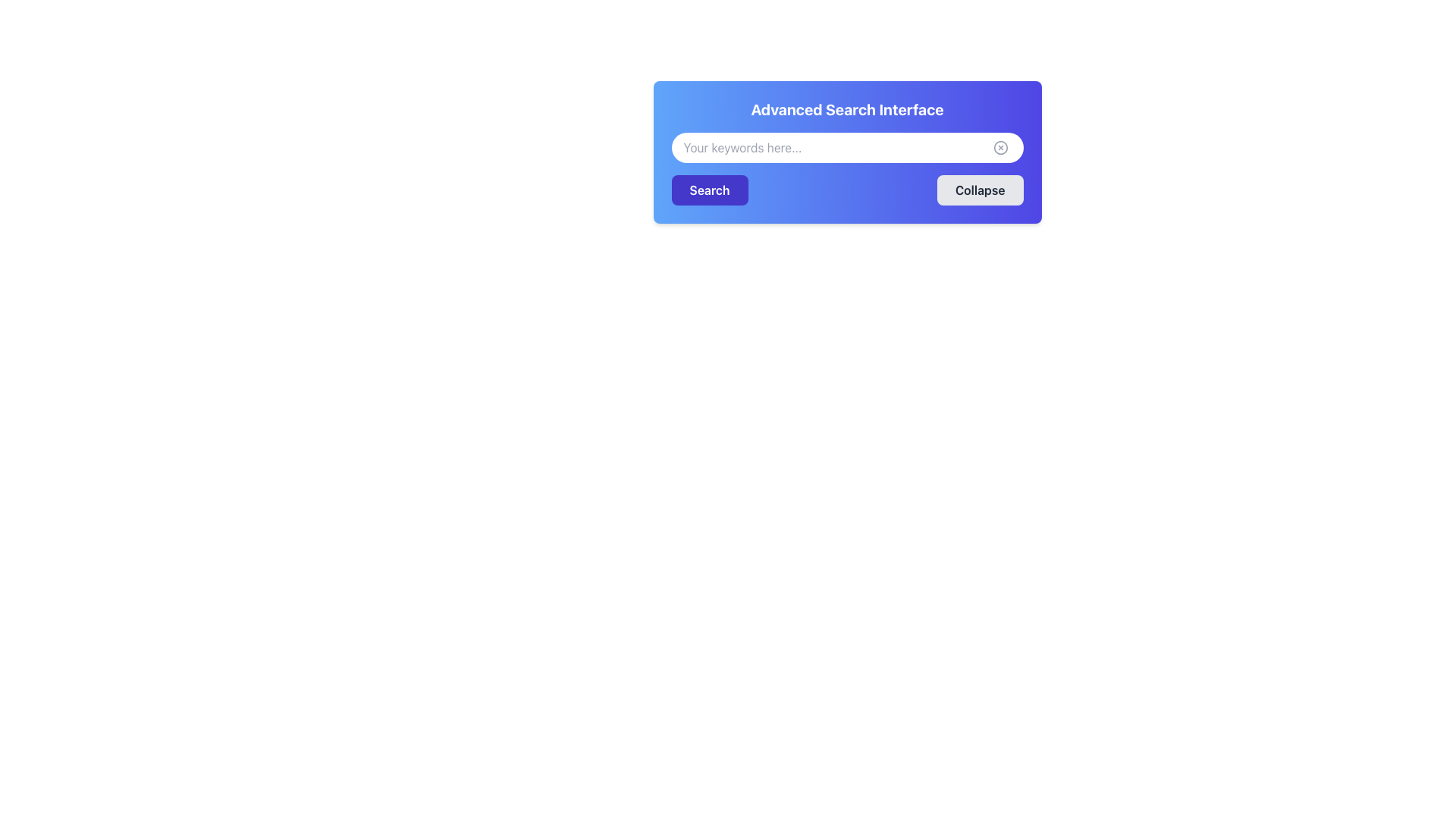  Describe the element at coordinates (1000, 148) in the screenshot. I see `the clear button located on the right side of the input box in the advanced search interface to change its color` at that location.